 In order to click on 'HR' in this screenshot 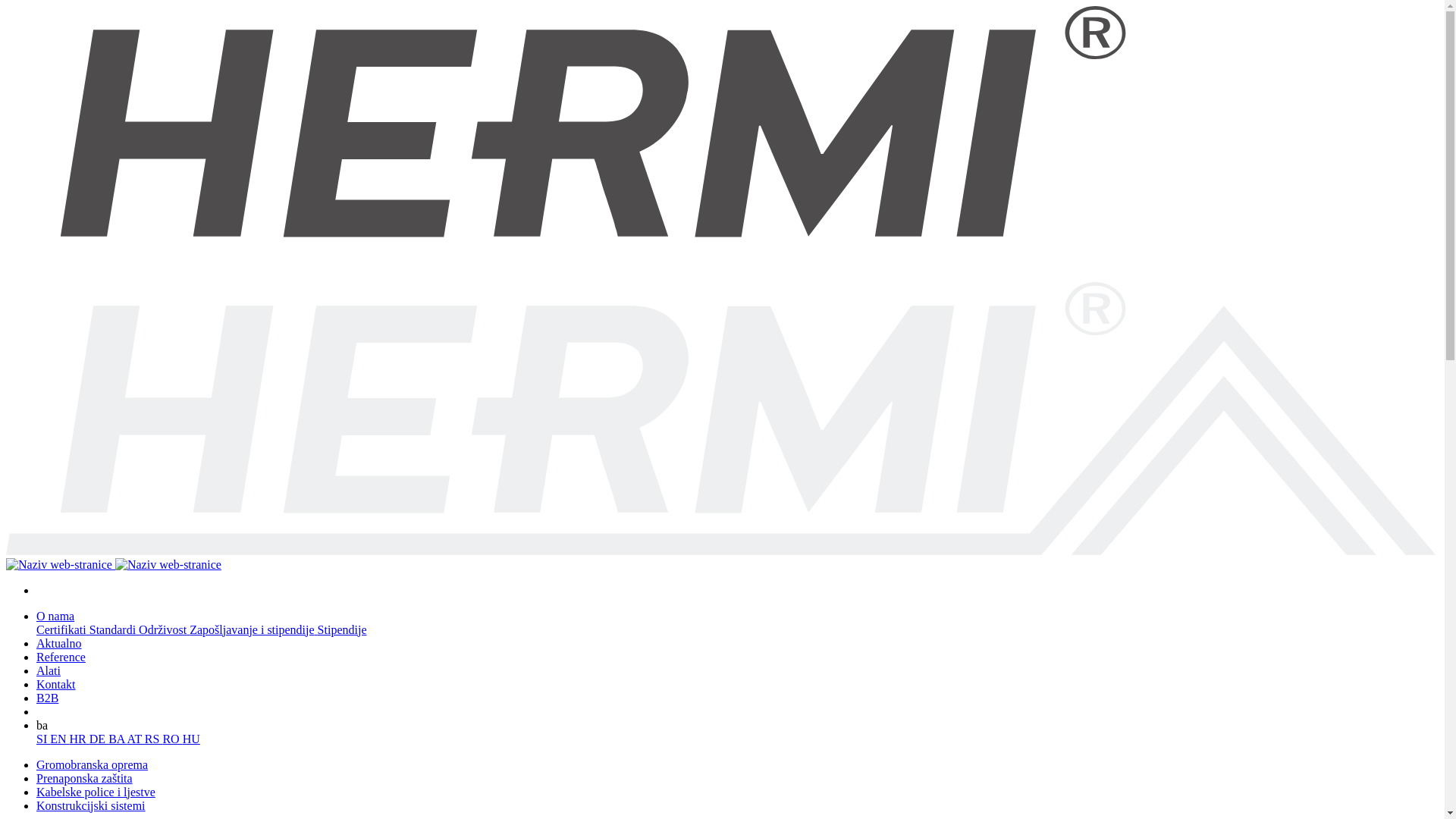, I will do `click(79, 738)`.